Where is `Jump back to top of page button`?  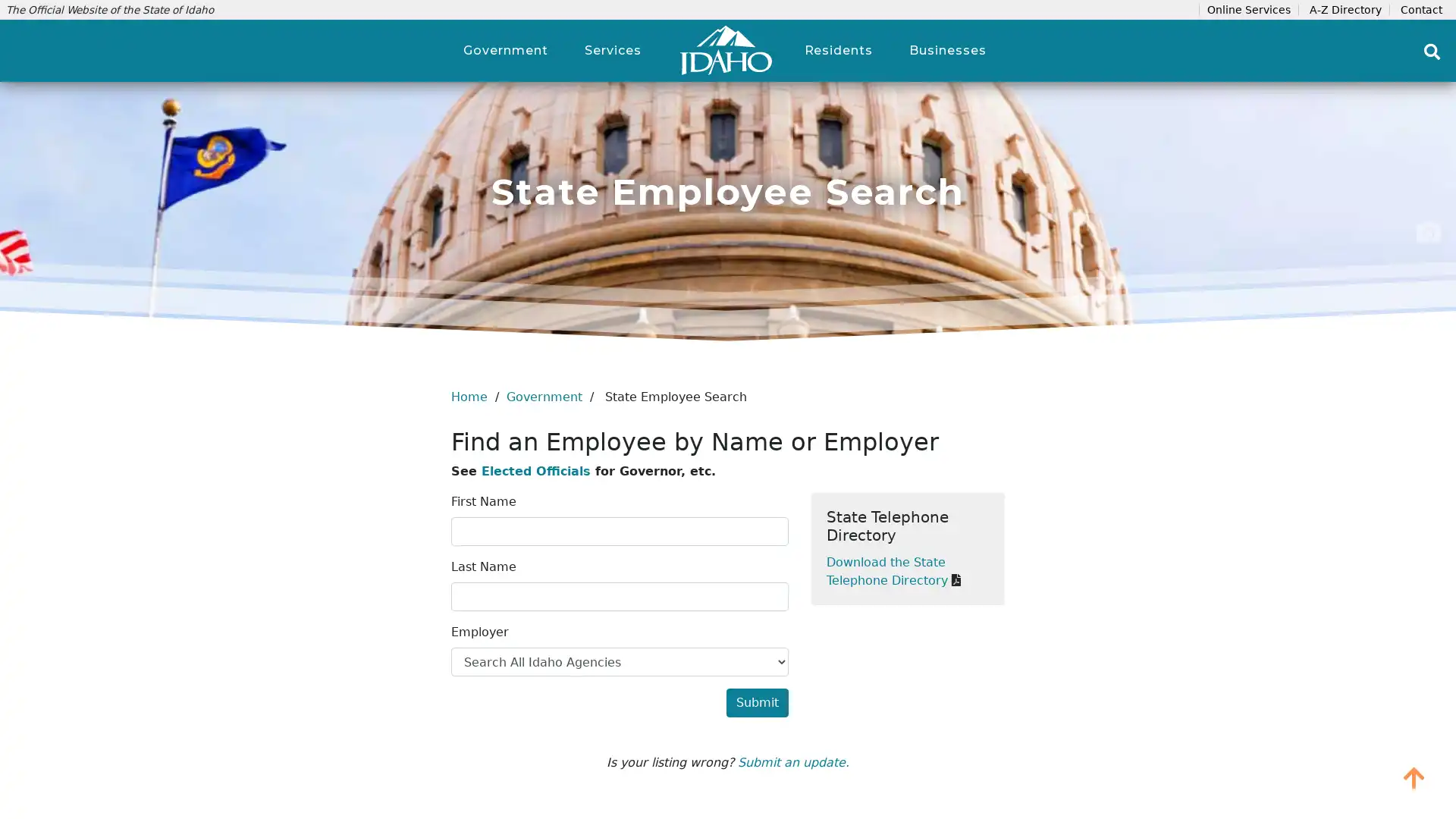 Jump back to top of page button is located at coordinates (1414, 777).